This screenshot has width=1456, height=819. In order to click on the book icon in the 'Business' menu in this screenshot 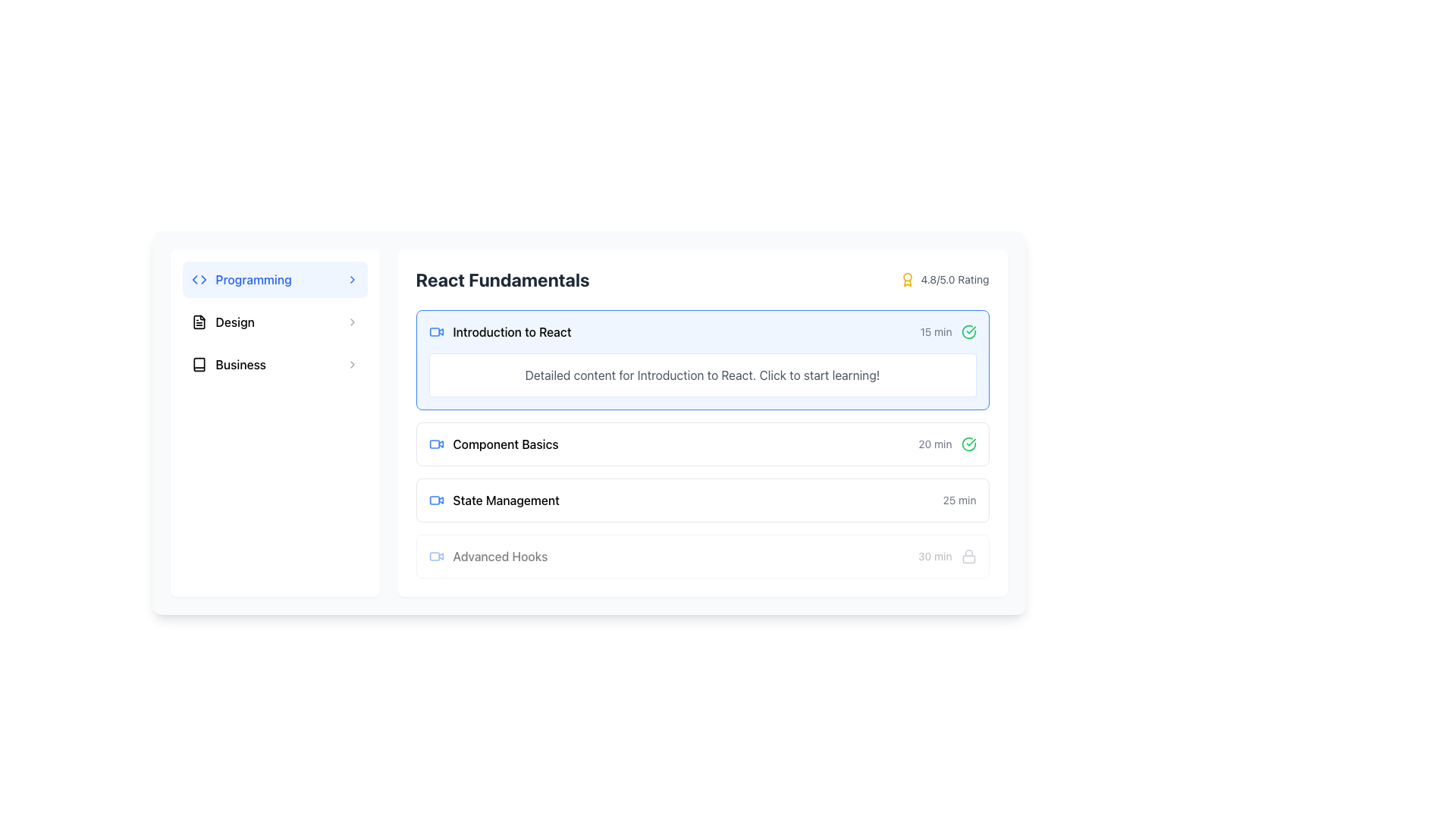, I will do `click(198, 365)`.